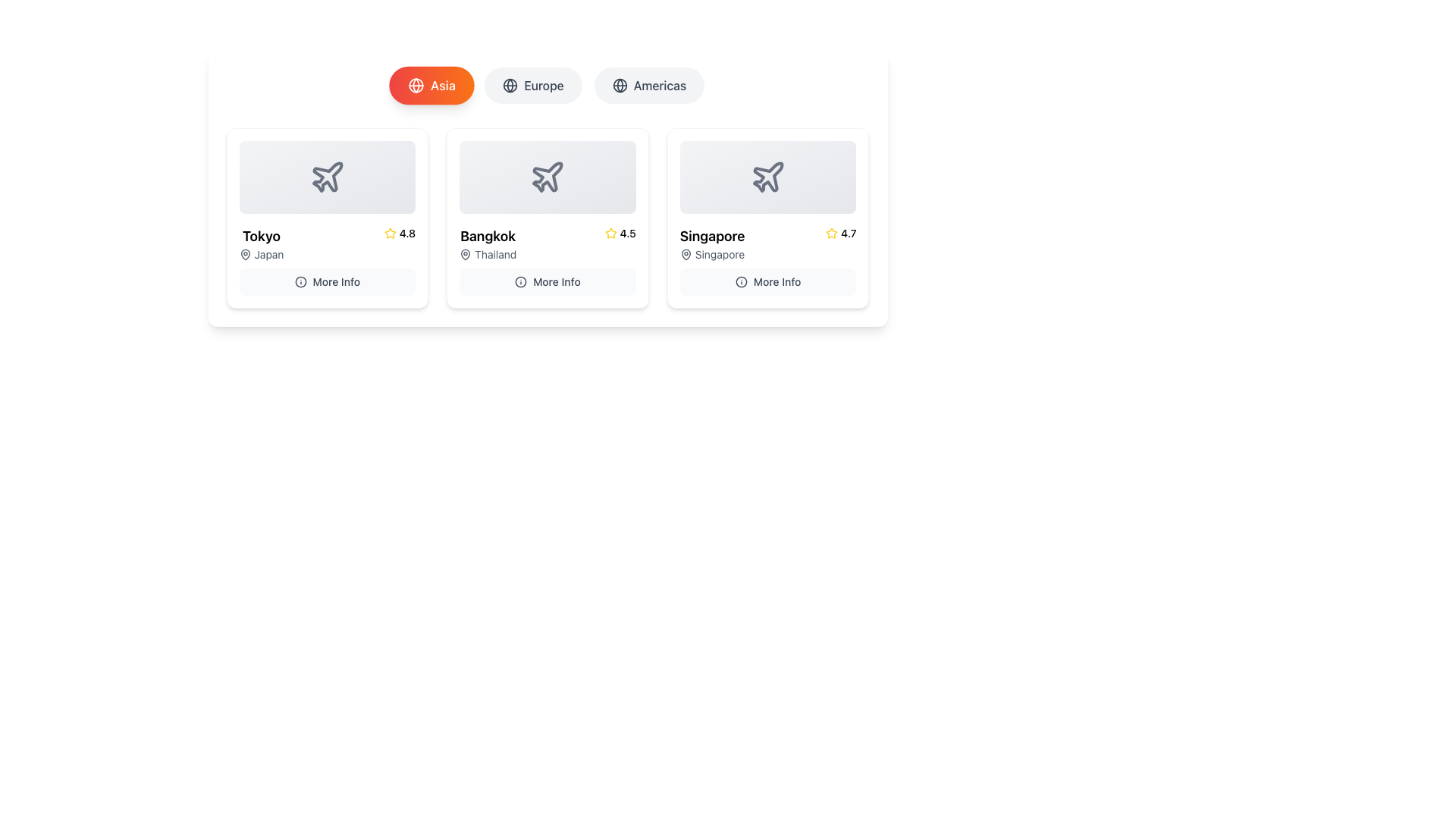  Describe the element at coordinates (390, 234) in the screenshot. I see `the non-interactive star icon that visually represents a rating symbol, located to the left of the numeric rating '4.8'` at that location.